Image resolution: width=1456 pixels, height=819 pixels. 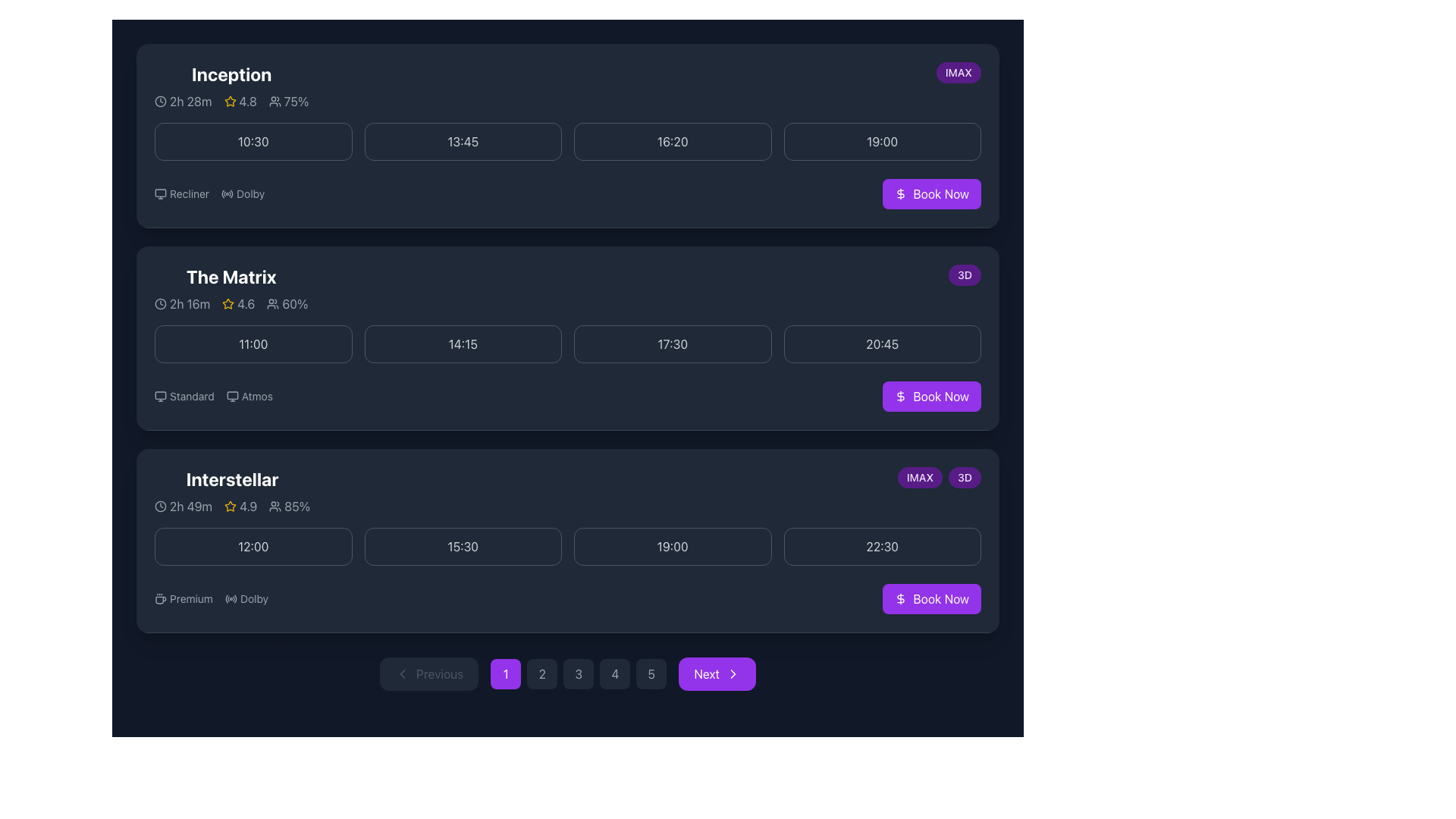 What do you see at coordinates (289, 102) in the screenshot?
I see `the percentage indicator text with icon located under the movie title 'Inception' in the topmost movie section of the interface` at bounding box center [289, 102].